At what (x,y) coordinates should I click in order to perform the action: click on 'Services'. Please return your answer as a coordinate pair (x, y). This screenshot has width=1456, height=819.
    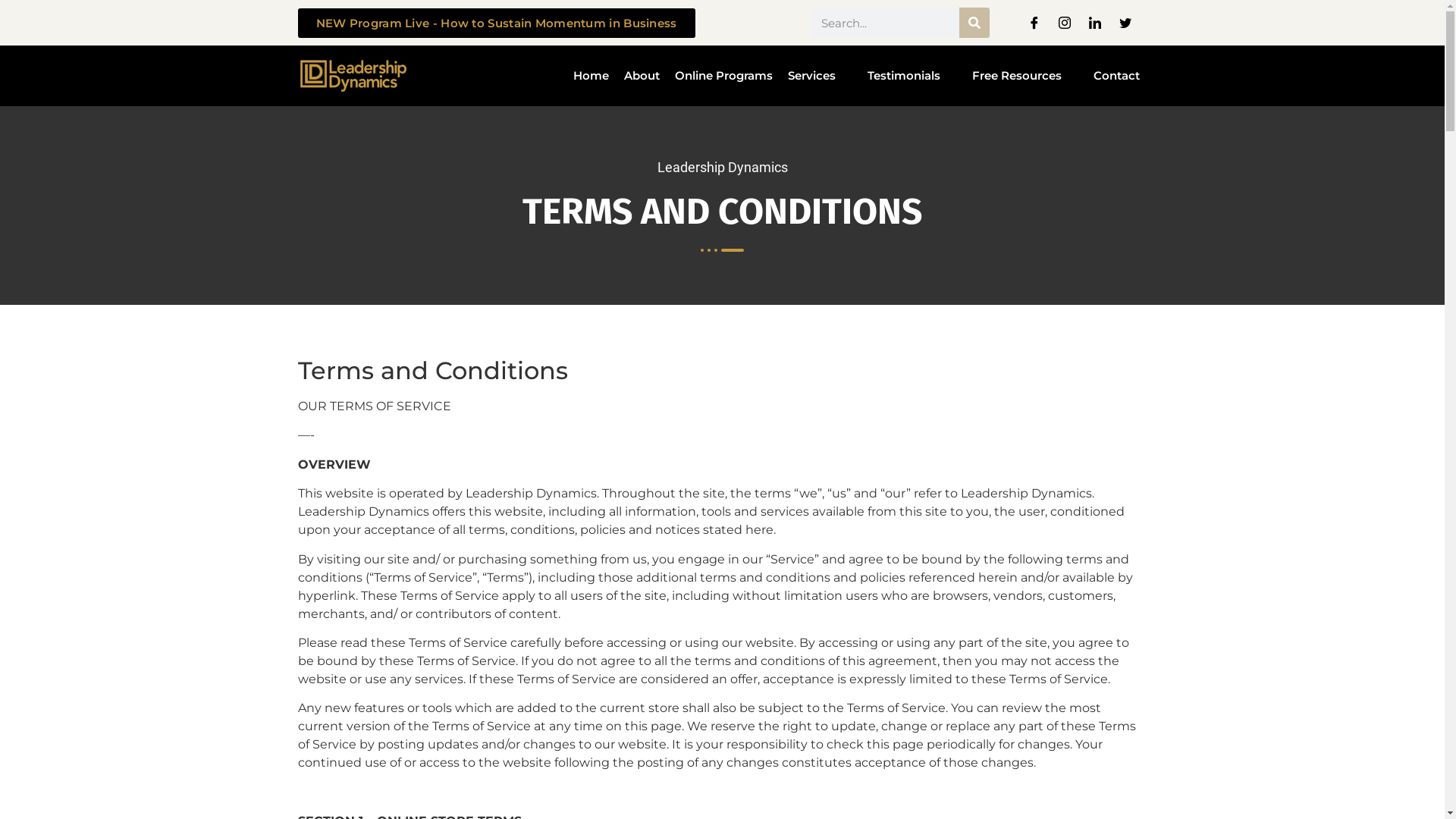
    Looking at the image, I should click on (779, 76).